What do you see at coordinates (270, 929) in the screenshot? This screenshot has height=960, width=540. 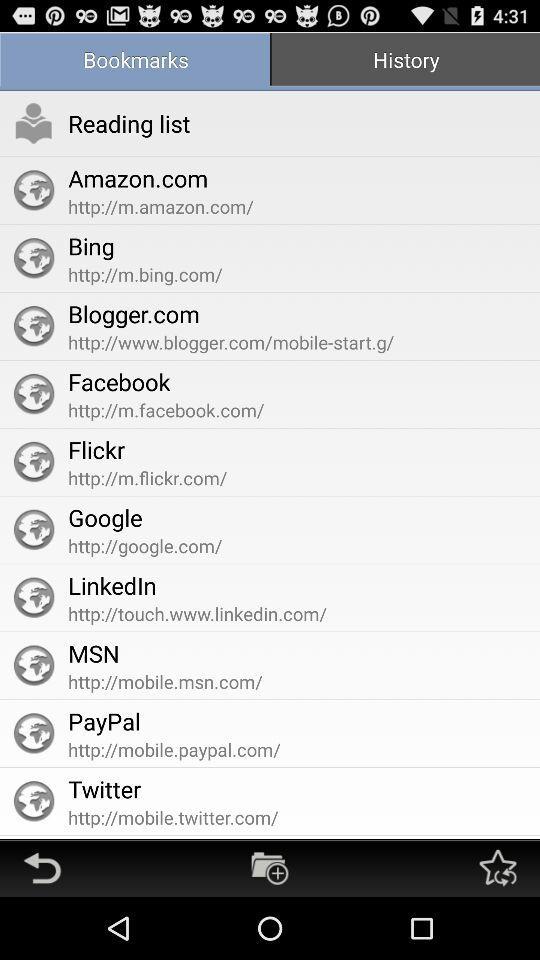 I see `the folder icon` at bounding box center [270, 929].